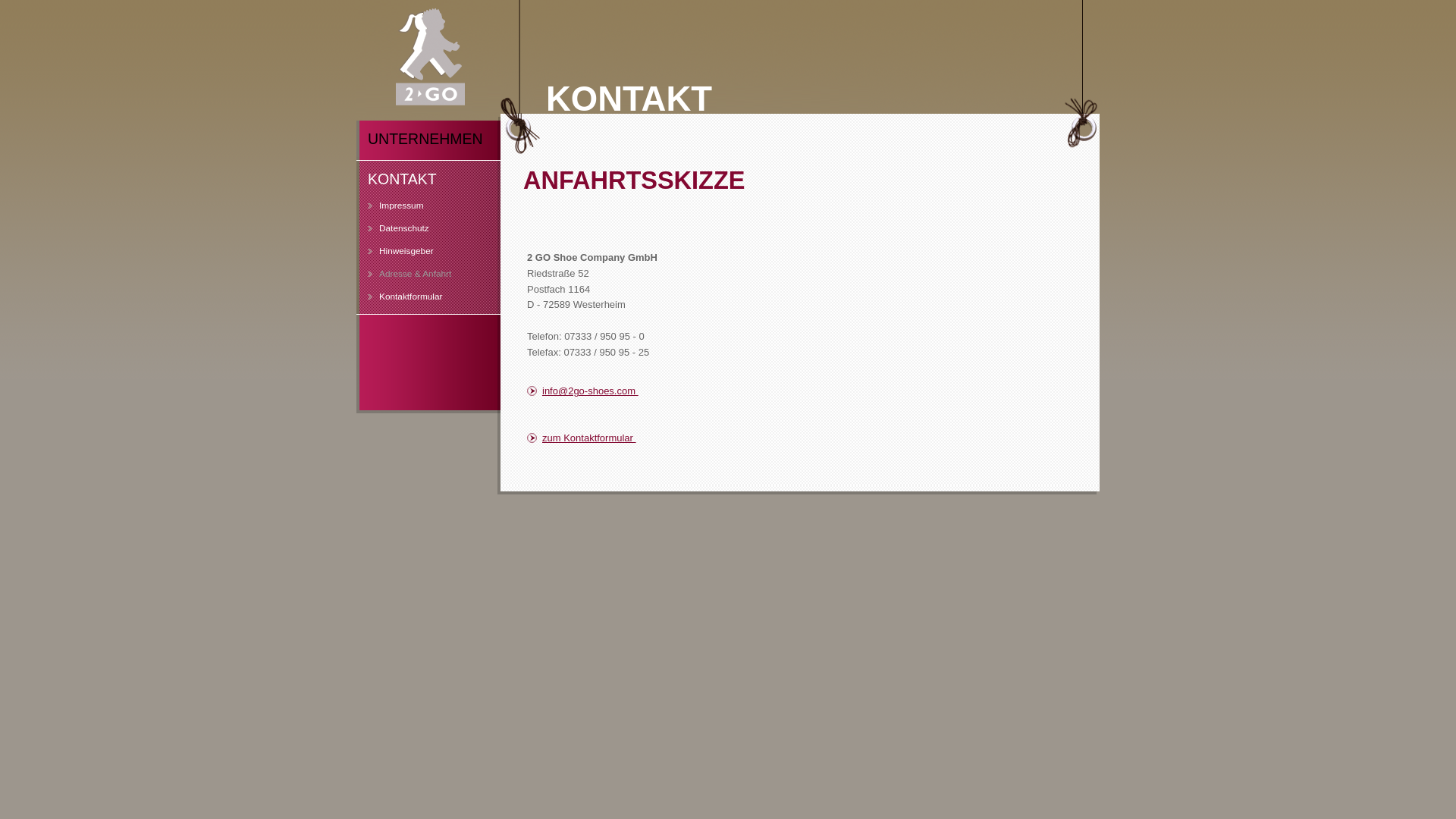 The width and height of the screenshot is (1456, 819). I want to click on 'Datenschutz', so click(417, 234).